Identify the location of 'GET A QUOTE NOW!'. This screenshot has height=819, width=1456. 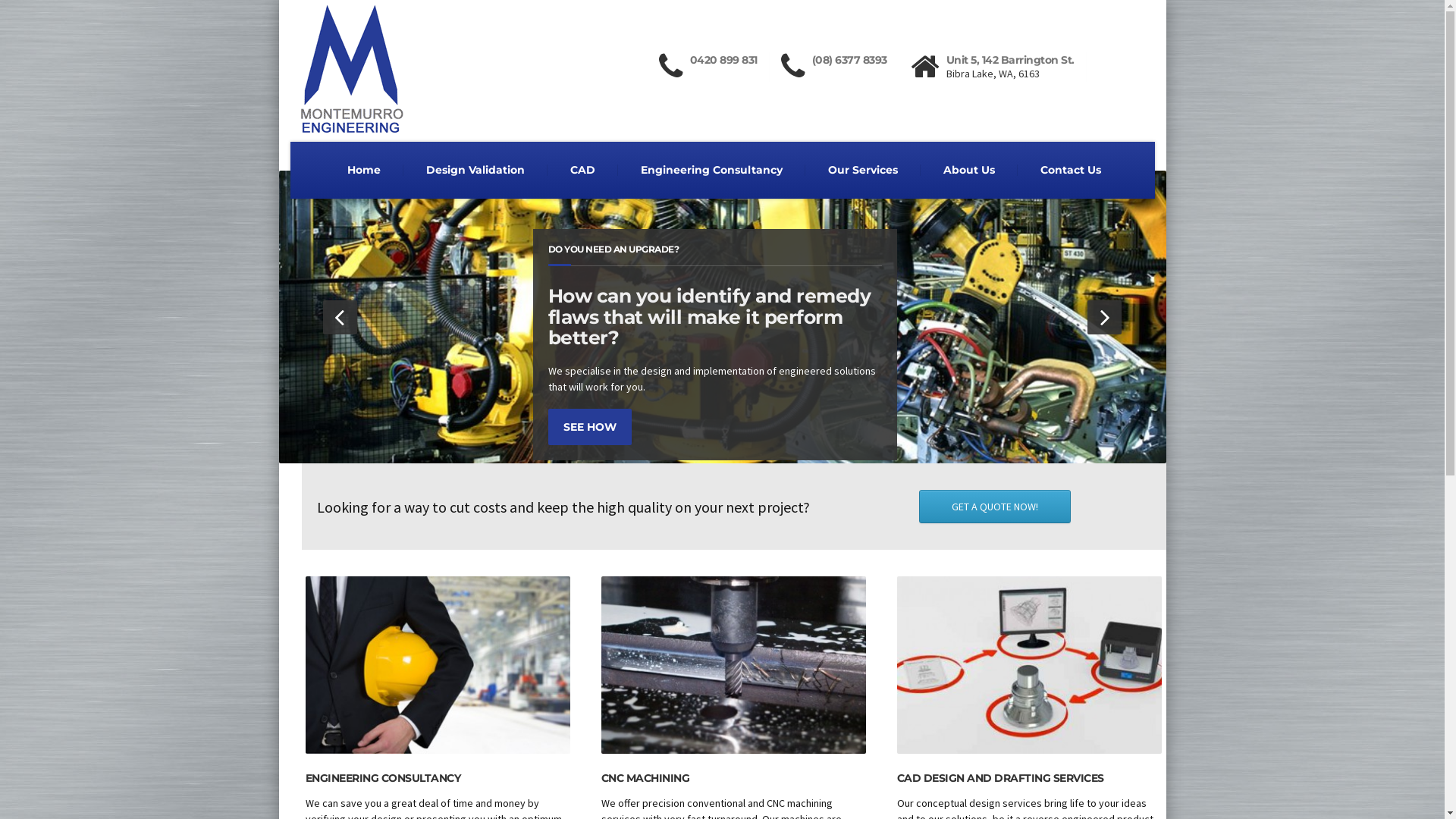
(918, 506).